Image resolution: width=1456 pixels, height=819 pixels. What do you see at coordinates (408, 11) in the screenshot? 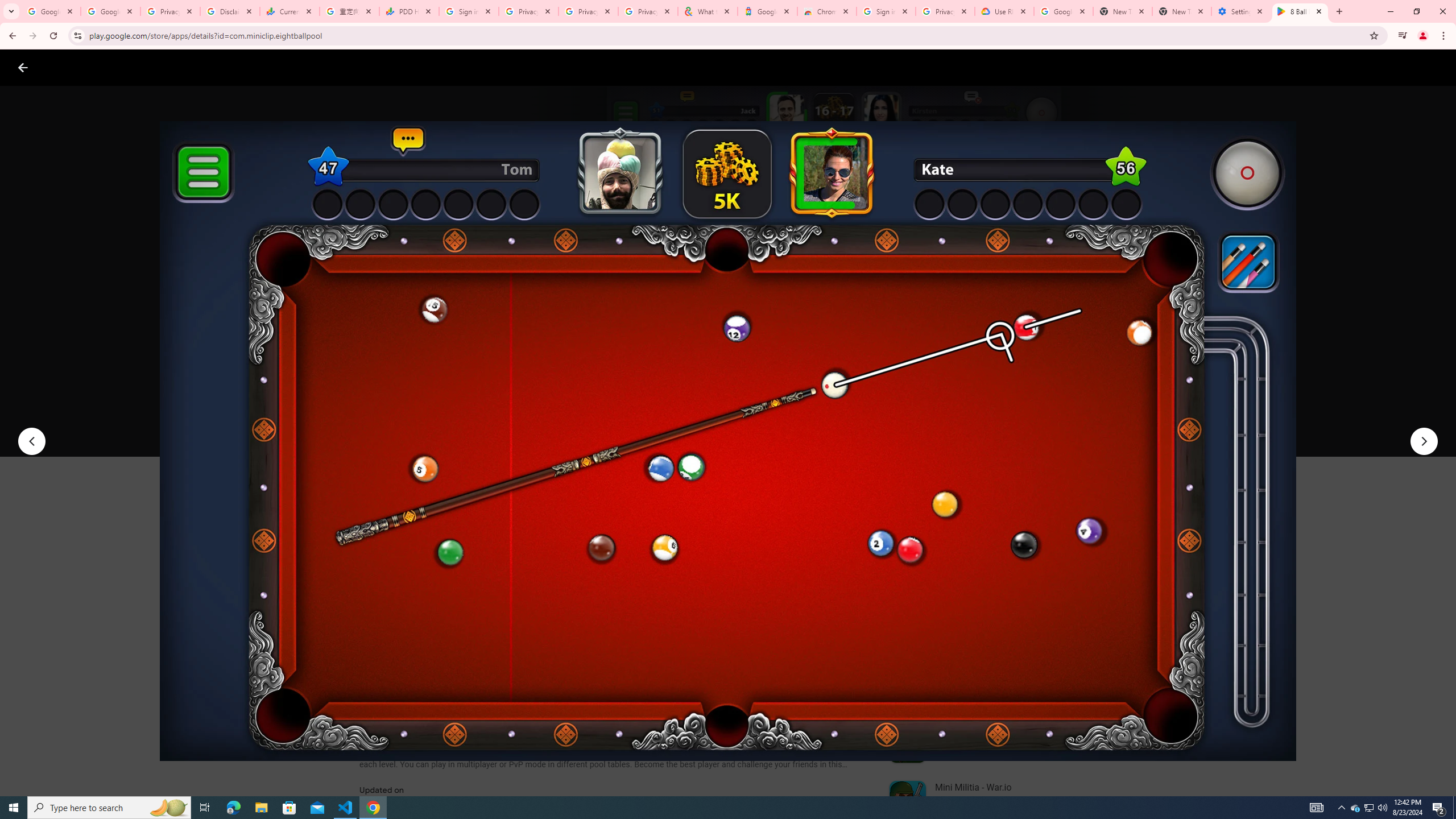
I see `'PDD Holdings Inc - ADR (PDD) Price & News - Google Finance'` at bounding box center [408, 11].